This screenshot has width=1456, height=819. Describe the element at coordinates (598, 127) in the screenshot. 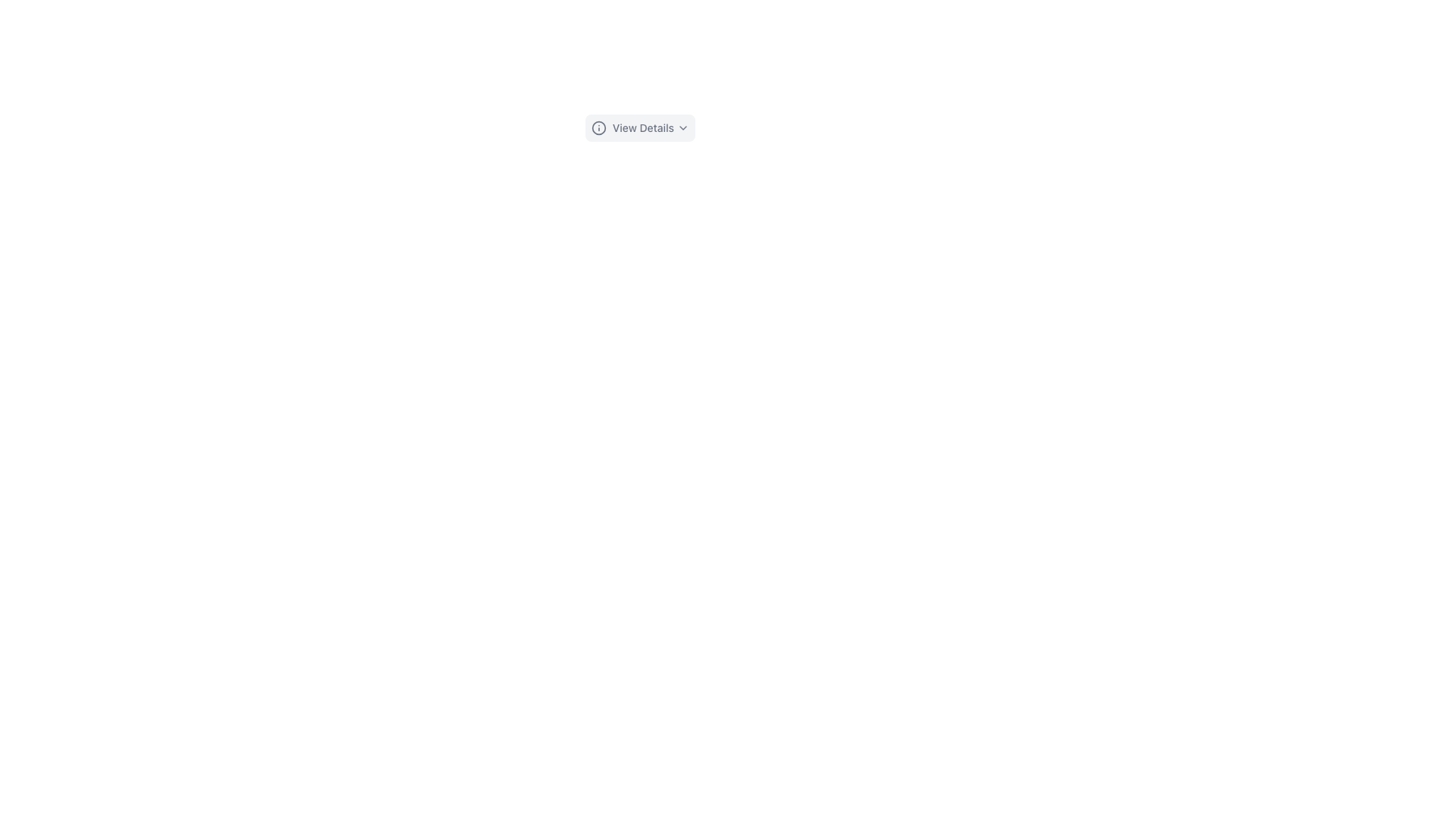

I see `the information icon, which is a hollow circle enclosing an uppercase 'i' symbol, located to the left of the 'View Details' text` at that location.